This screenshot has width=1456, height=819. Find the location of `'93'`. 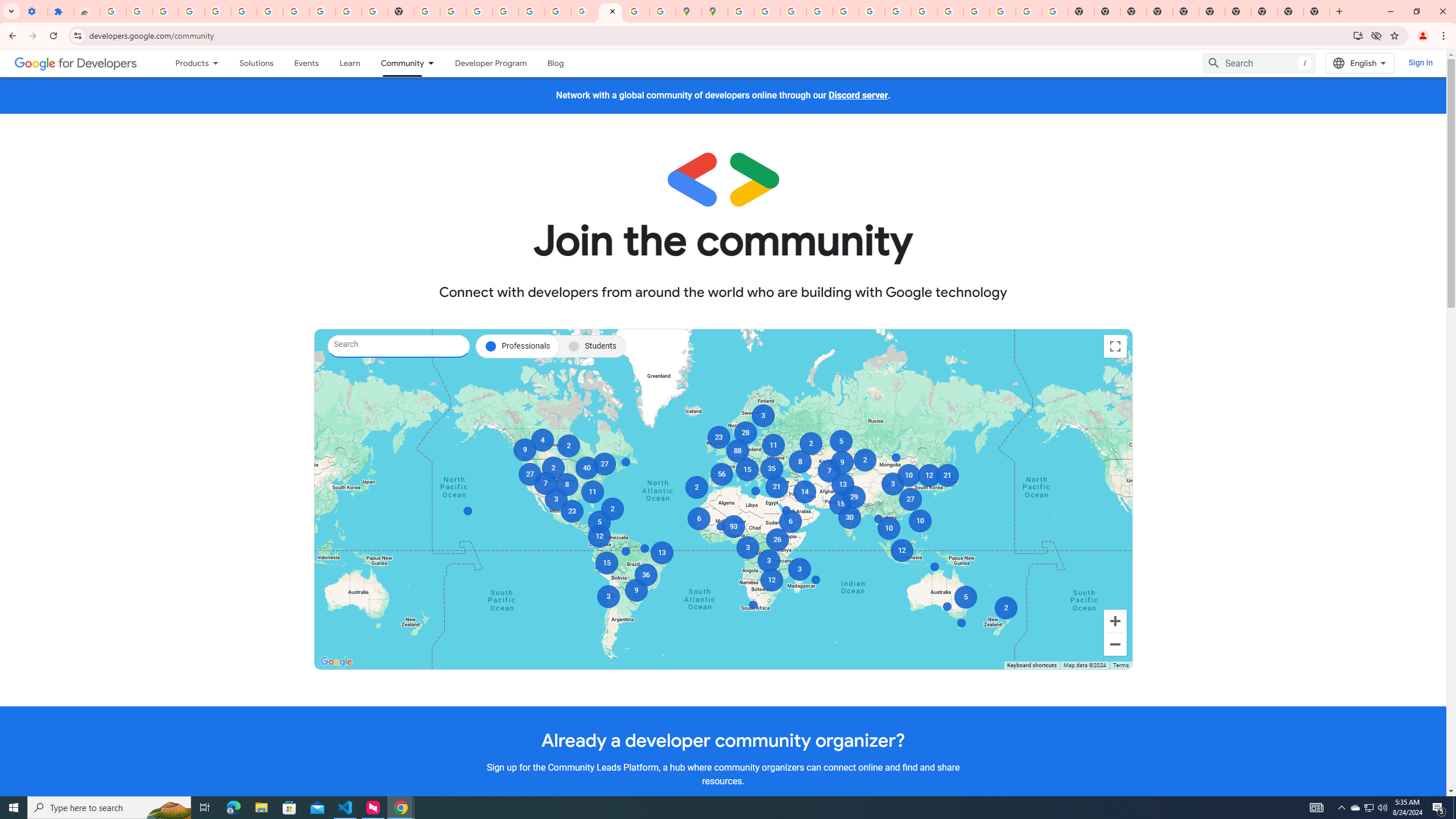

'93' is located at coordinates (733, 526).